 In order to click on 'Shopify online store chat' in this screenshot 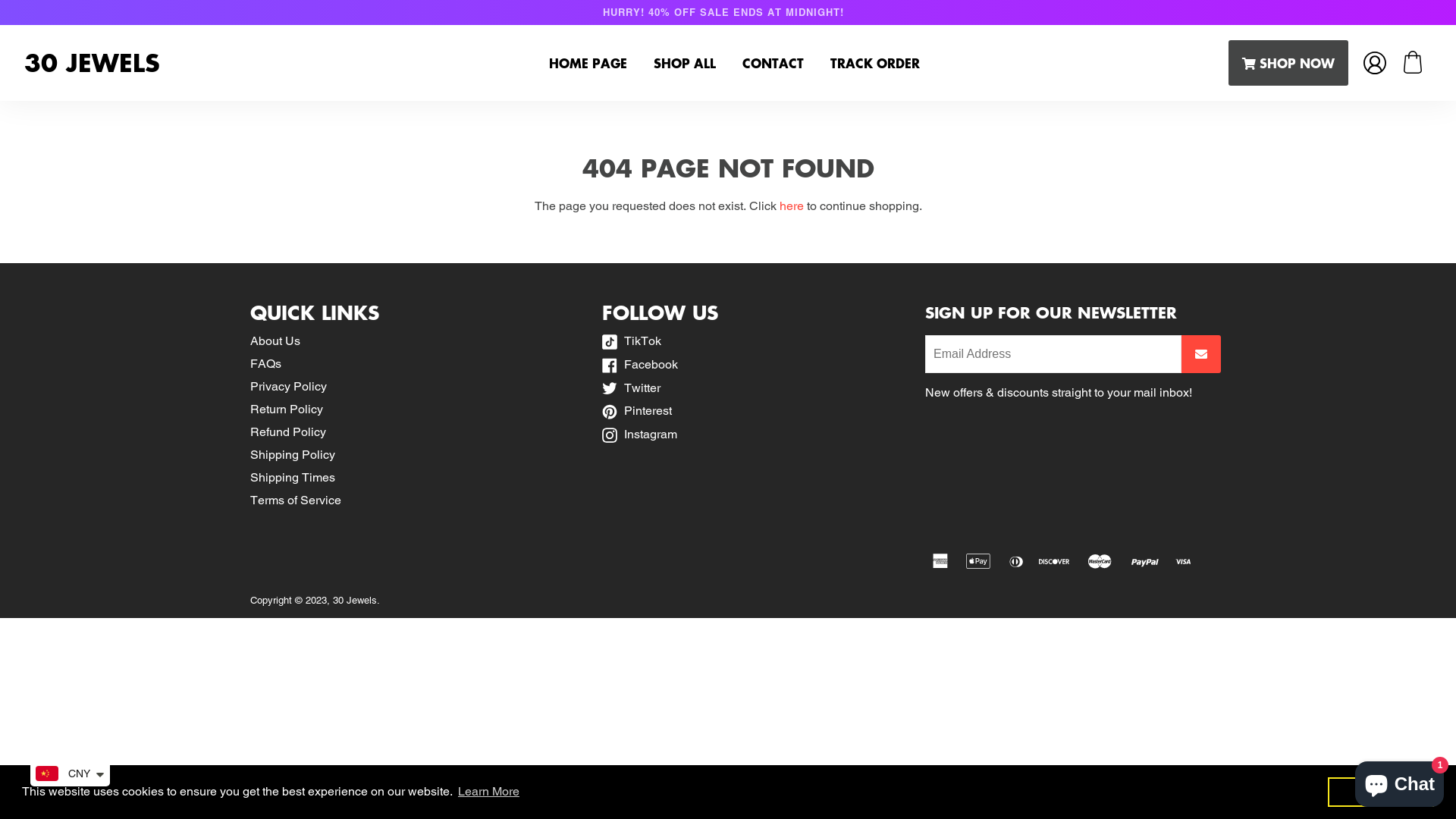, I will do `click(1398, 780)`.